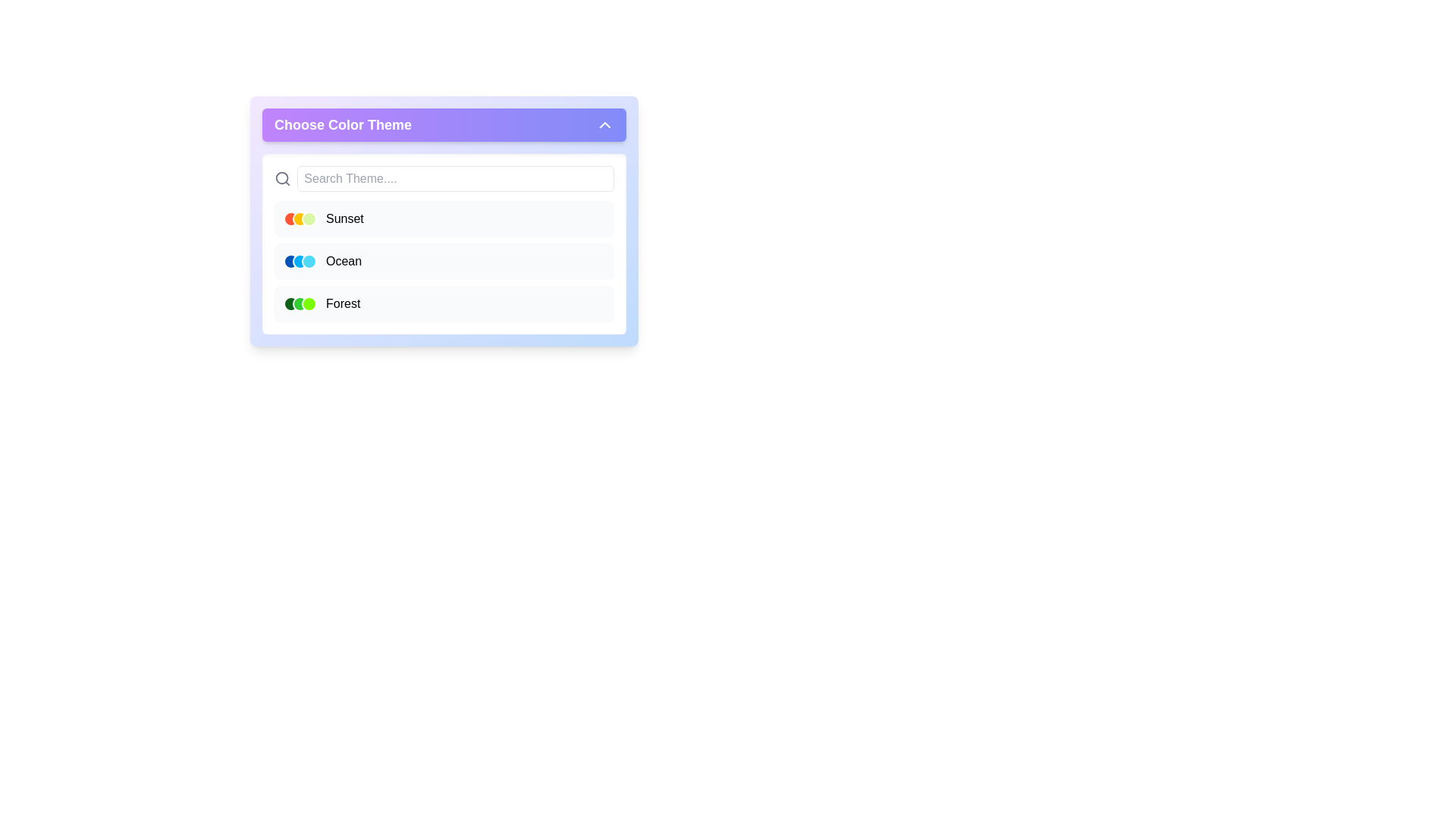 The image size is (1456, 819). I want to click on to select the 'Sunset' theme from the dropdown menu titled 'Choose Color Theme', which includes colored circular indicators and the text 'Sunset', so click(322, 219).